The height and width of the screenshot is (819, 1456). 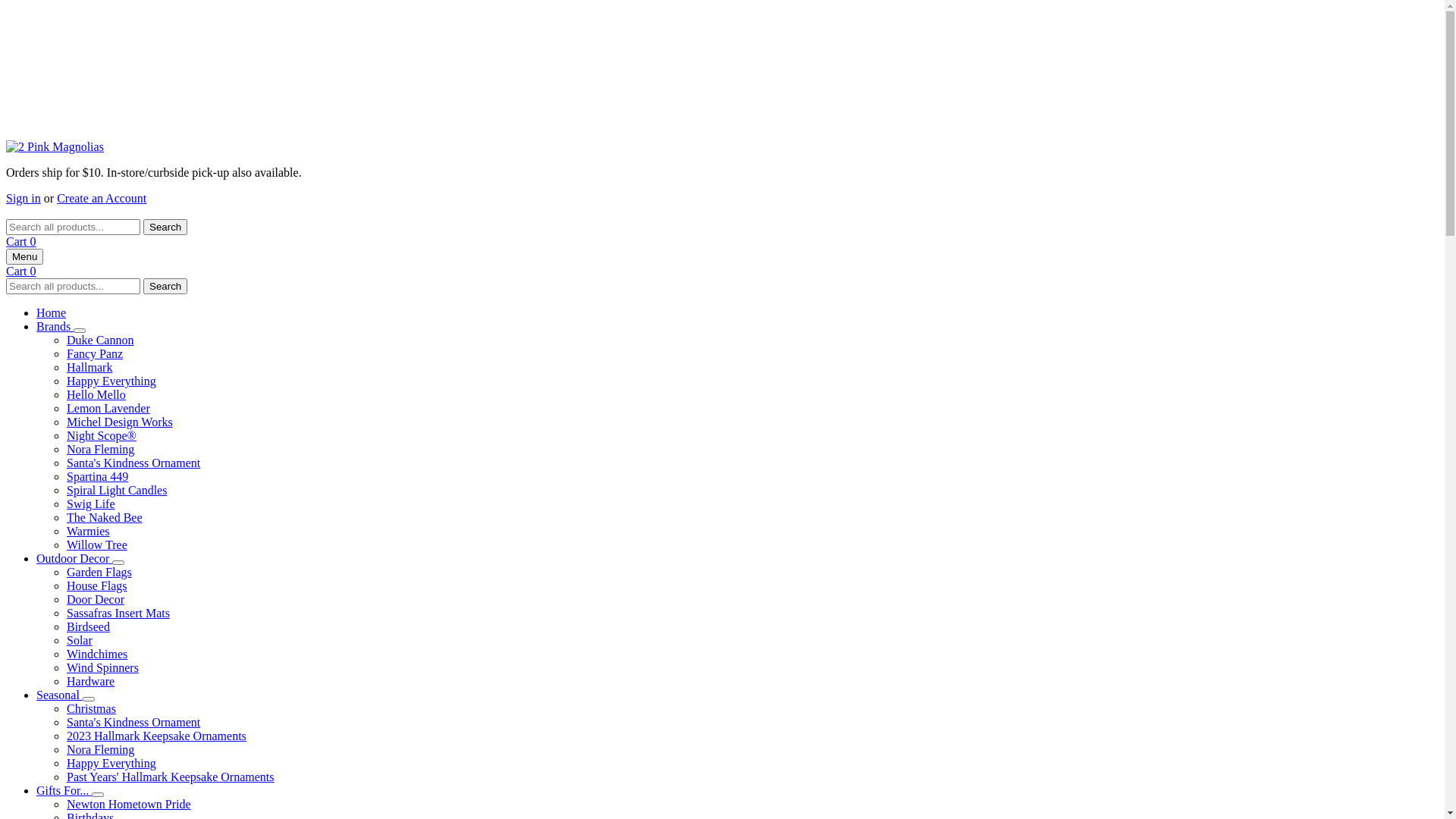 I want to click on 'Spartina 449', so click(x=96, y=475).